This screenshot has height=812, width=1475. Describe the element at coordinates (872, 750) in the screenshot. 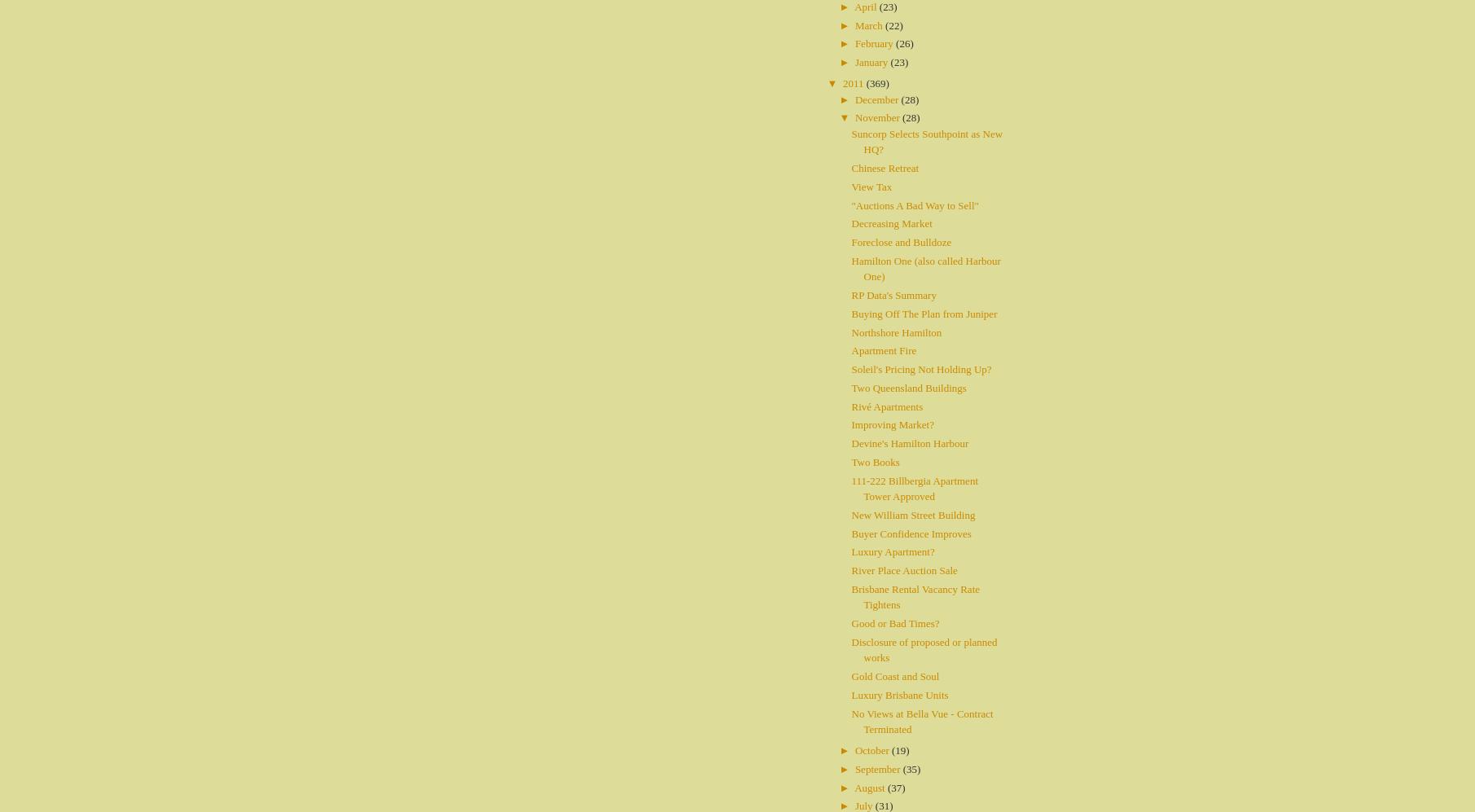

I see `'October'` at that location.